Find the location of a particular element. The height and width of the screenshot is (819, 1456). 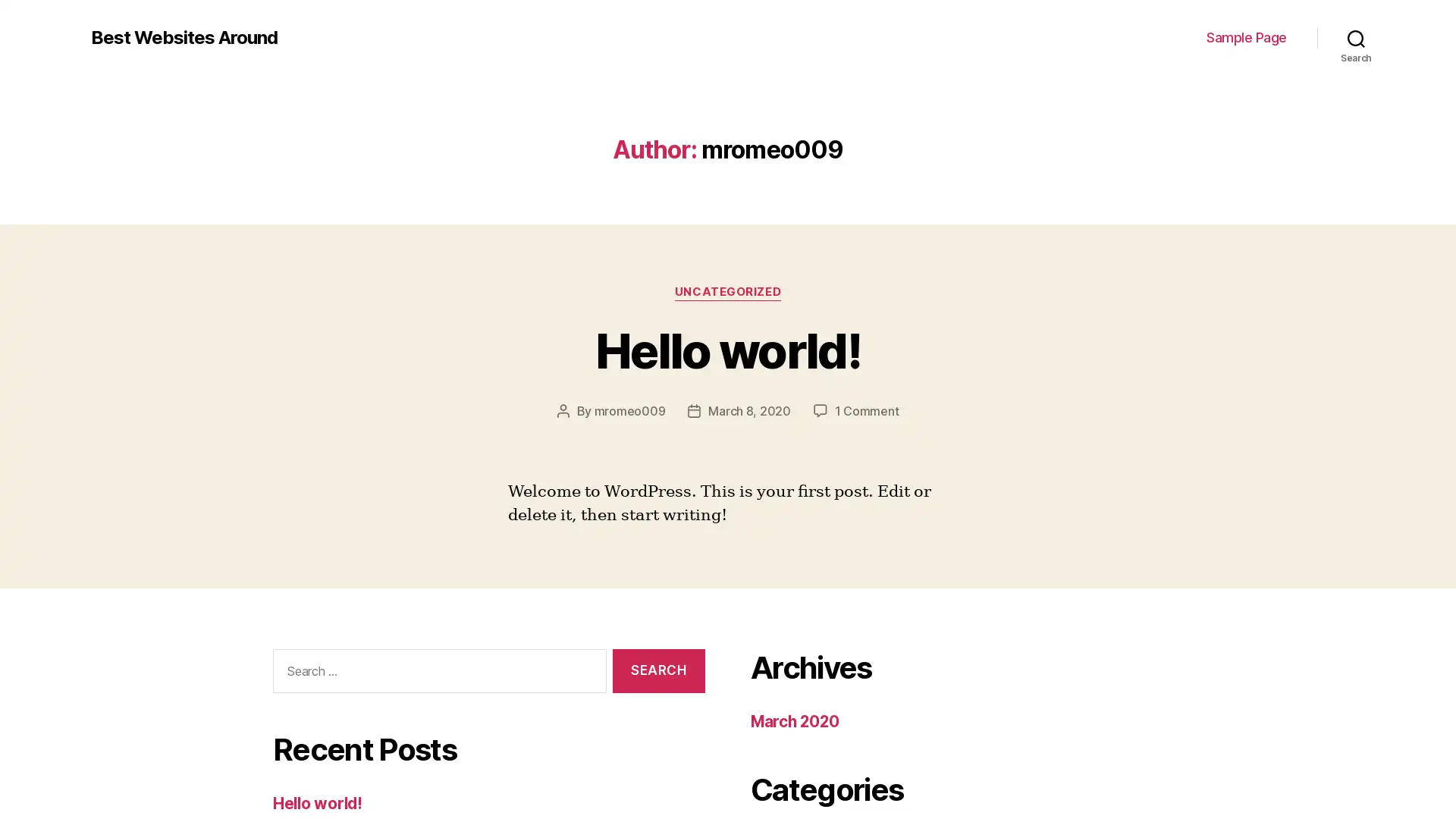

Search is located at coordinates (1356, 37).